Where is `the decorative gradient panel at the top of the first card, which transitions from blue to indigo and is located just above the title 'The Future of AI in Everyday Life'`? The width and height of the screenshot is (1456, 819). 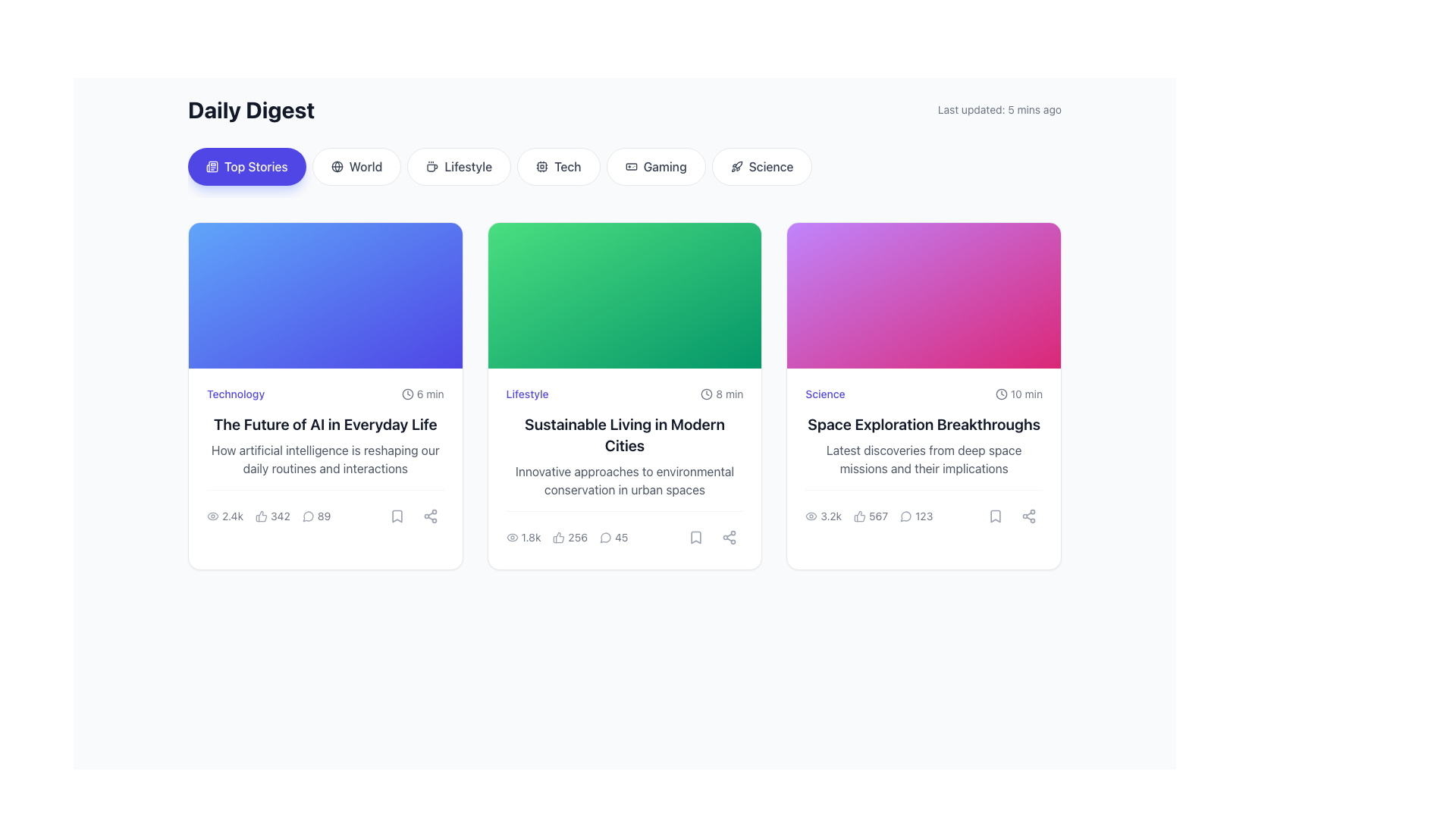 the decorative gradient panel at the top of the first card, which transitions from blue to indigo and is located just above the title 'The Future of AI in Everyday Life' is located at coordinates (325, 295).